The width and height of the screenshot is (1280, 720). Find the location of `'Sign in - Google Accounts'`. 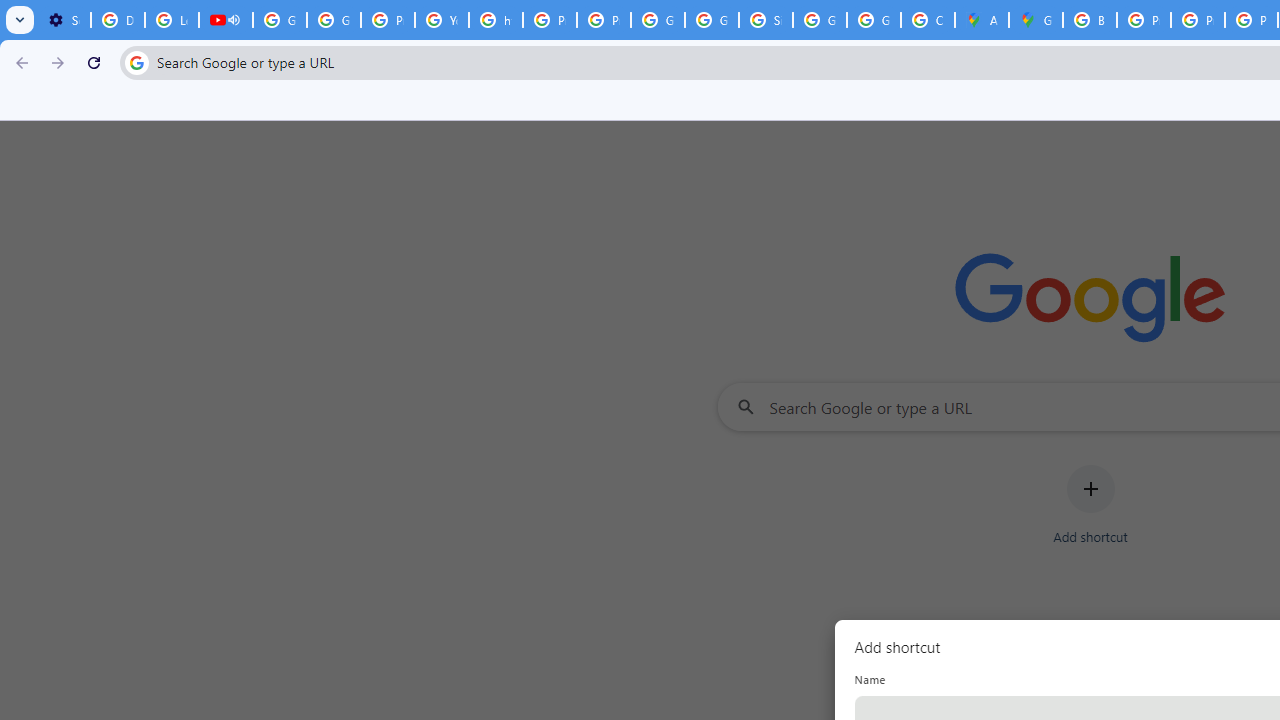

'Sign in - Google Accounts' is located at coordinates (765, 20).